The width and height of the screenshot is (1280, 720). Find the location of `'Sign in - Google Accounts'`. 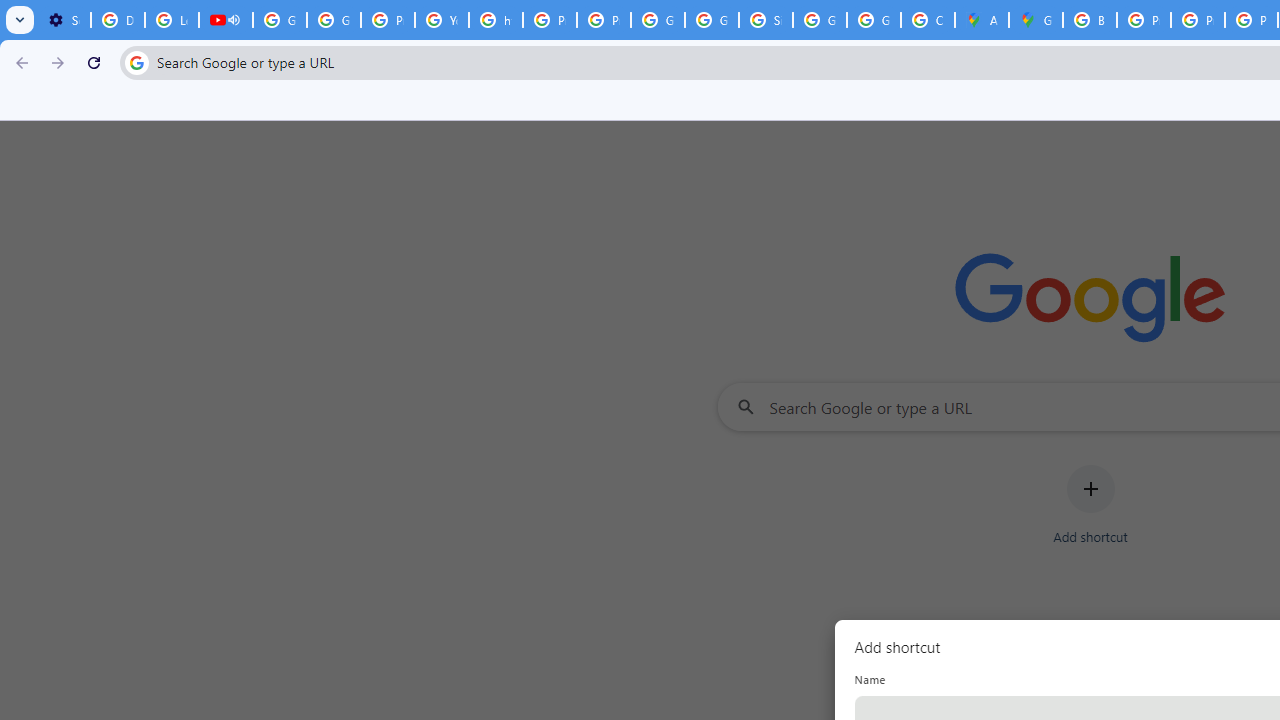

'Sign in - Google Accounts' is located at coordinates (765, 20).